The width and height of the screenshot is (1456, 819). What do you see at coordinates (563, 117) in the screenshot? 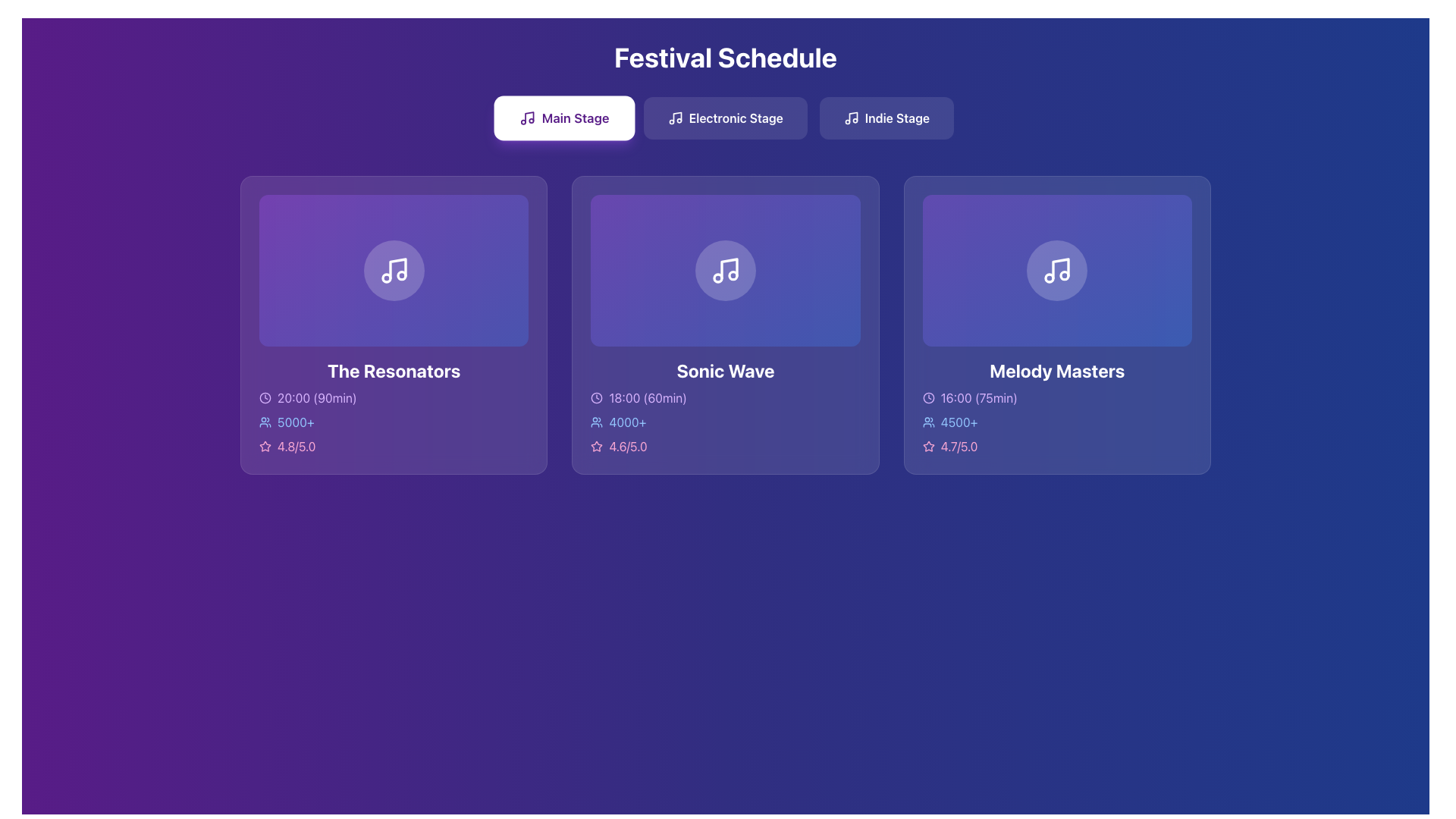
I see `the 'Main Stage' filter button located at the top center of the interface below the 'Festival Schedule' heading to filter events related to the Main Stage` at bounding box center [563, 117].